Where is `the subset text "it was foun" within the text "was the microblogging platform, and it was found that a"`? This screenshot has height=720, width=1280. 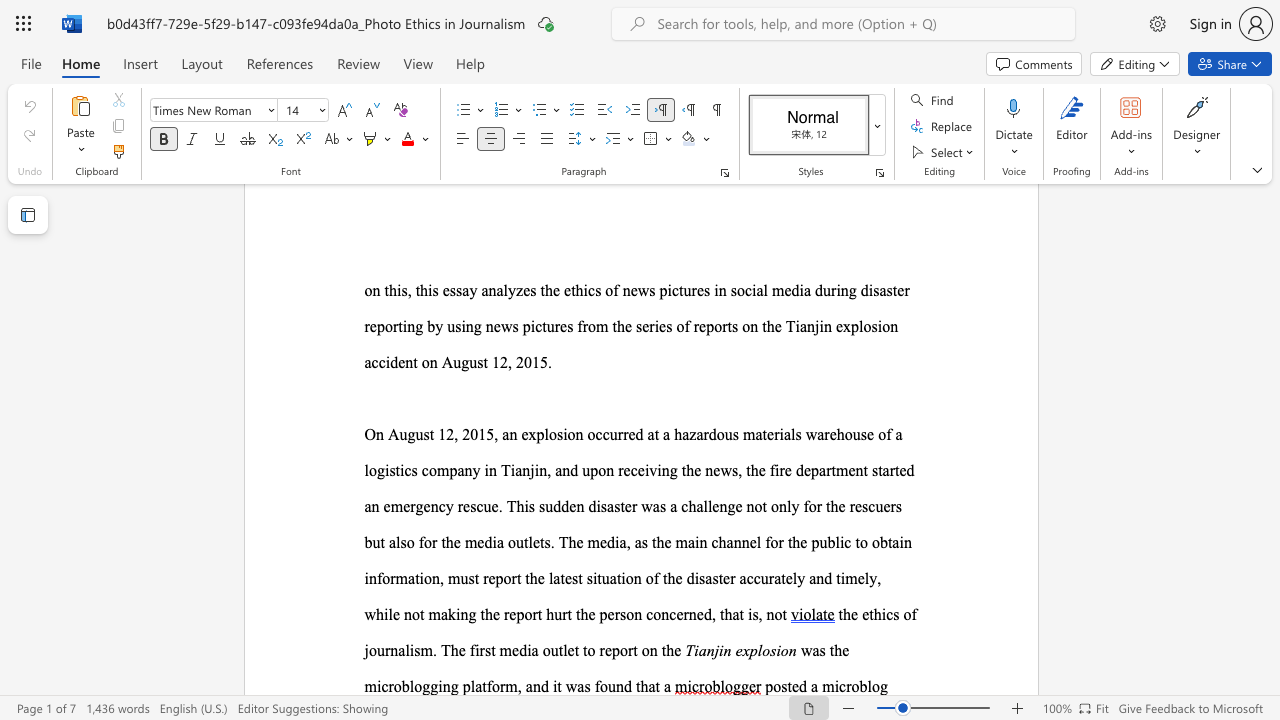 the subset text "it was foun" within the text "was the microblogging platform, and it was found that a" is located at coordinates (552, 685).